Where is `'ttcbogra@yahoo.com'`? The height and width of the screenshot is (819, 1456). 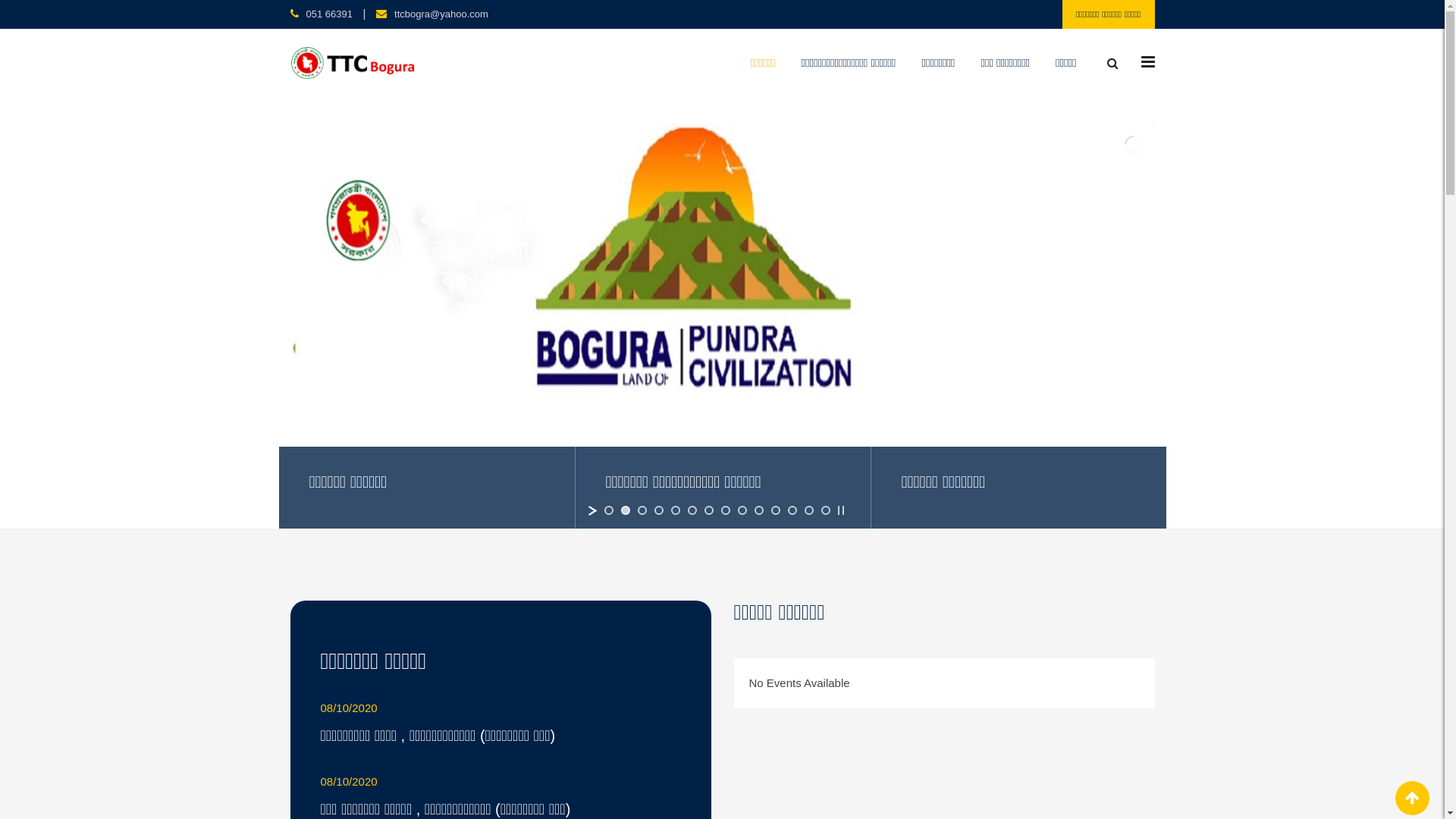
'ttcbogra@yahoo.com' is located at coordinates (440, 14).